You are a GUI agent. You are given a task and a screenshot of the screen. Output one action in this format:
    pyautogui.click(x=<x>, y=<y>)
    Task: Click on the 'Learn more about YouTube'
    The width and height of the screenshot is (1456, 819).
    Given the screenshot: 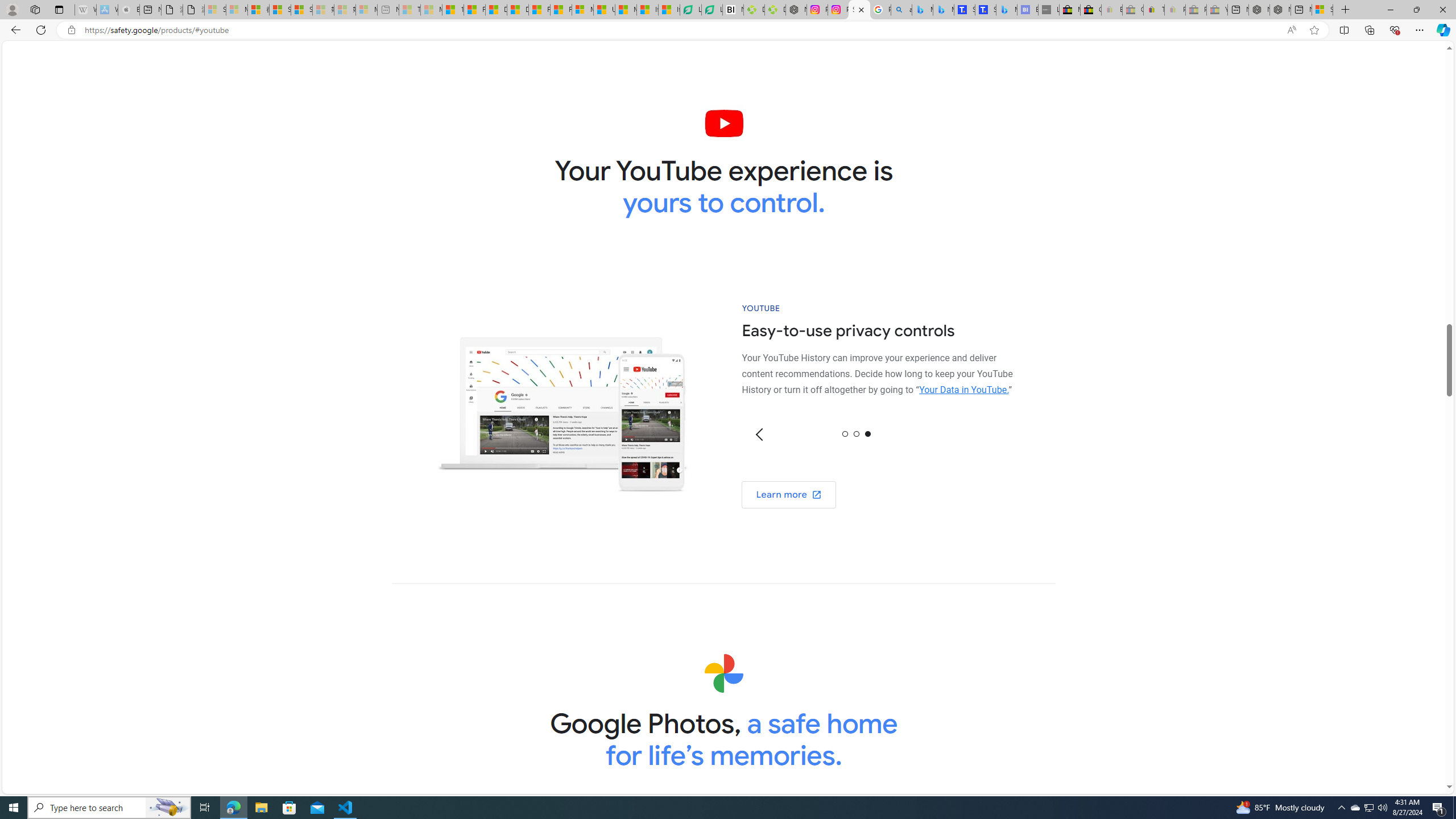 What is the action you would take?
    pyautogui.click(x=788, y=494)
    